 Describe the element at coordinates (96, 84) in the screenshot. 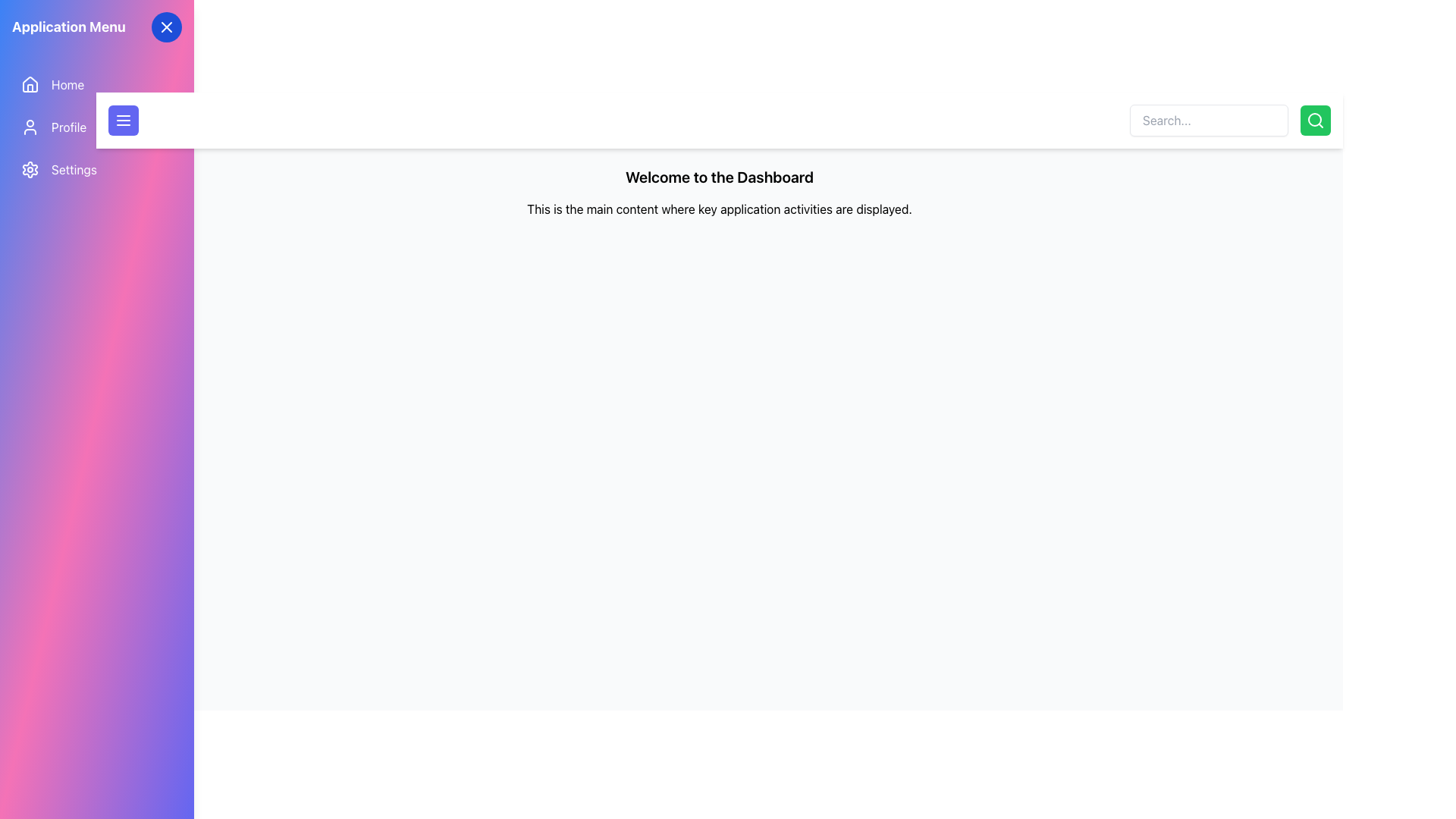

I see `the 'Home' button which is the first item in the vertical menu on the left-hand side, featuring a home icon and the text 'Home', to trigger the hover effect` at that location.